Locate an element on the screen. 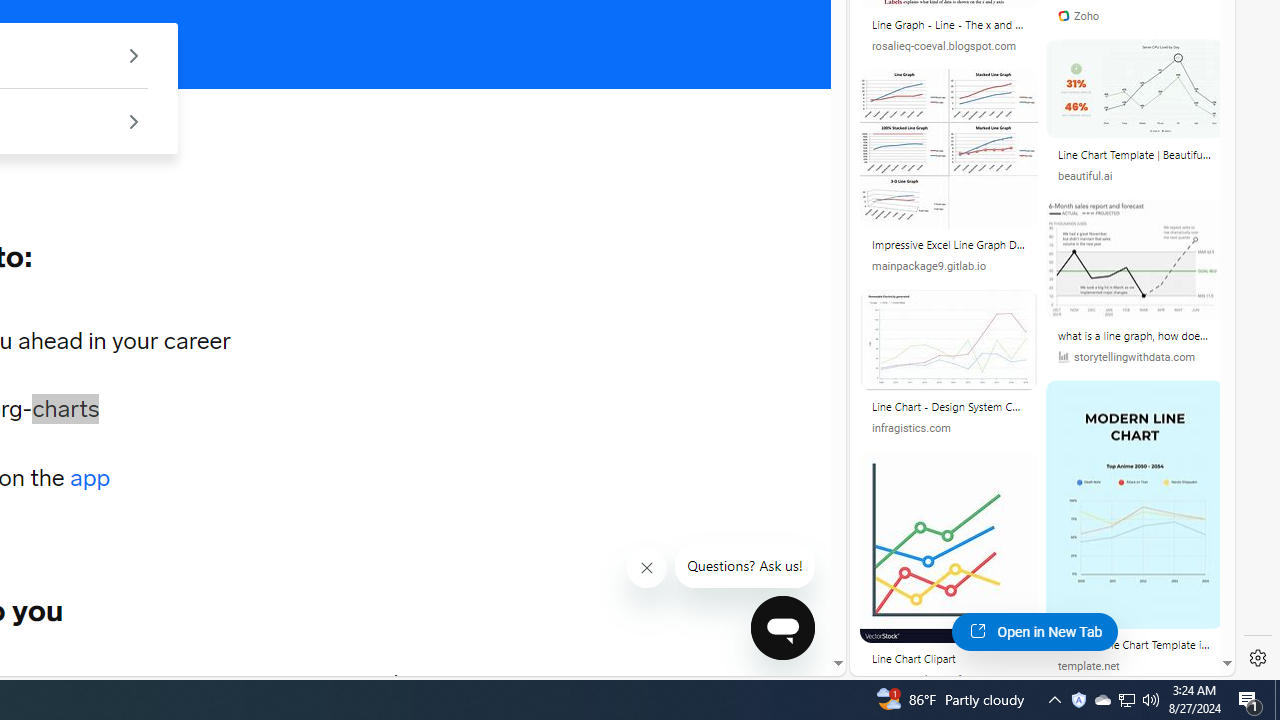 This screenshot has height=720, width=1280. 'Close message from company' is located at coordinates (647, 568).